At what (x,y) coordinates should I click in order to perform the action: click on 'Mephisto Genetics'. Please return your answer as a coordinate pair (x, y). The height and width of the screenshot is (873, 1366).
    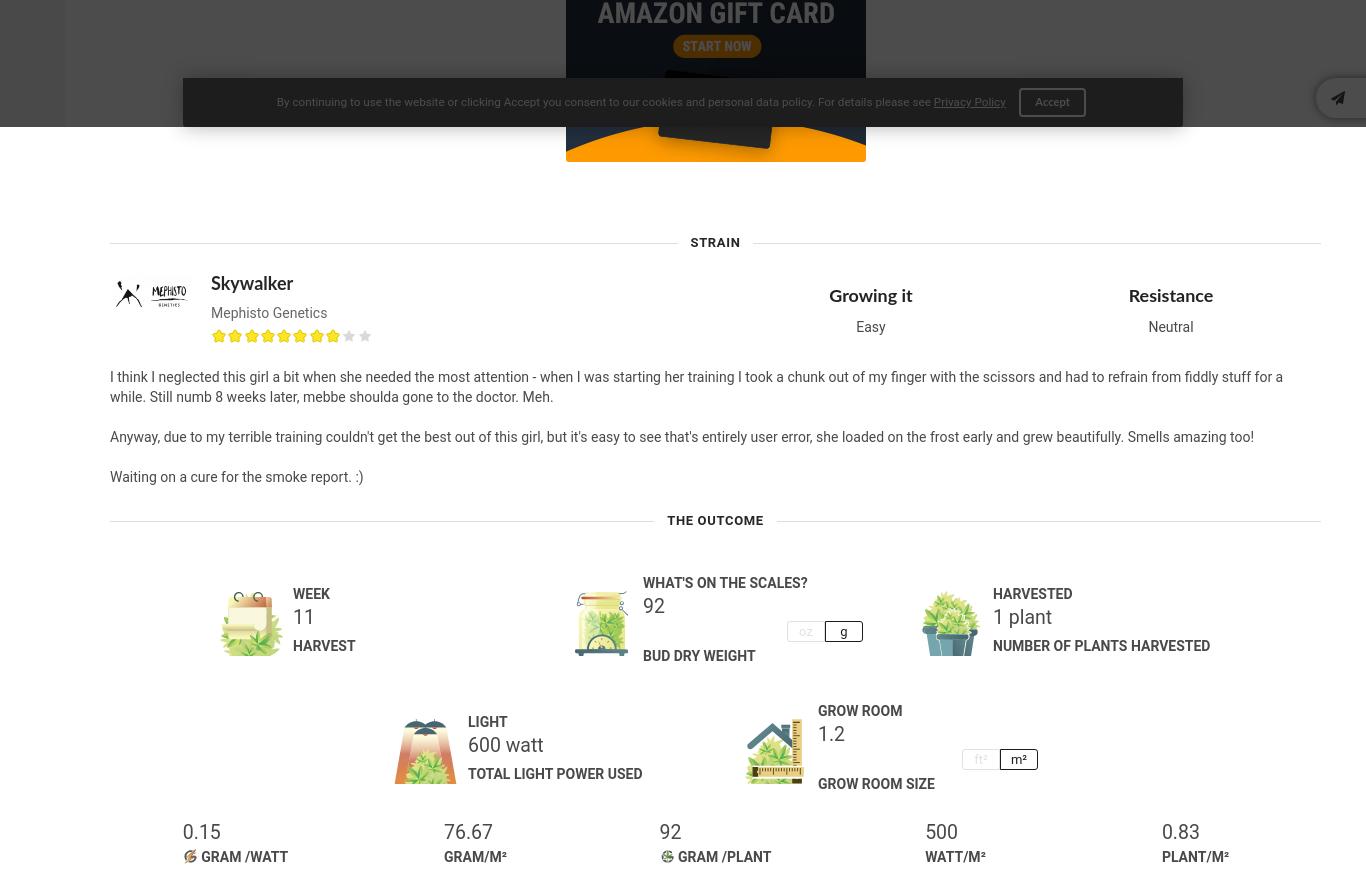
    Looking at the image, I should click on (268, 312).